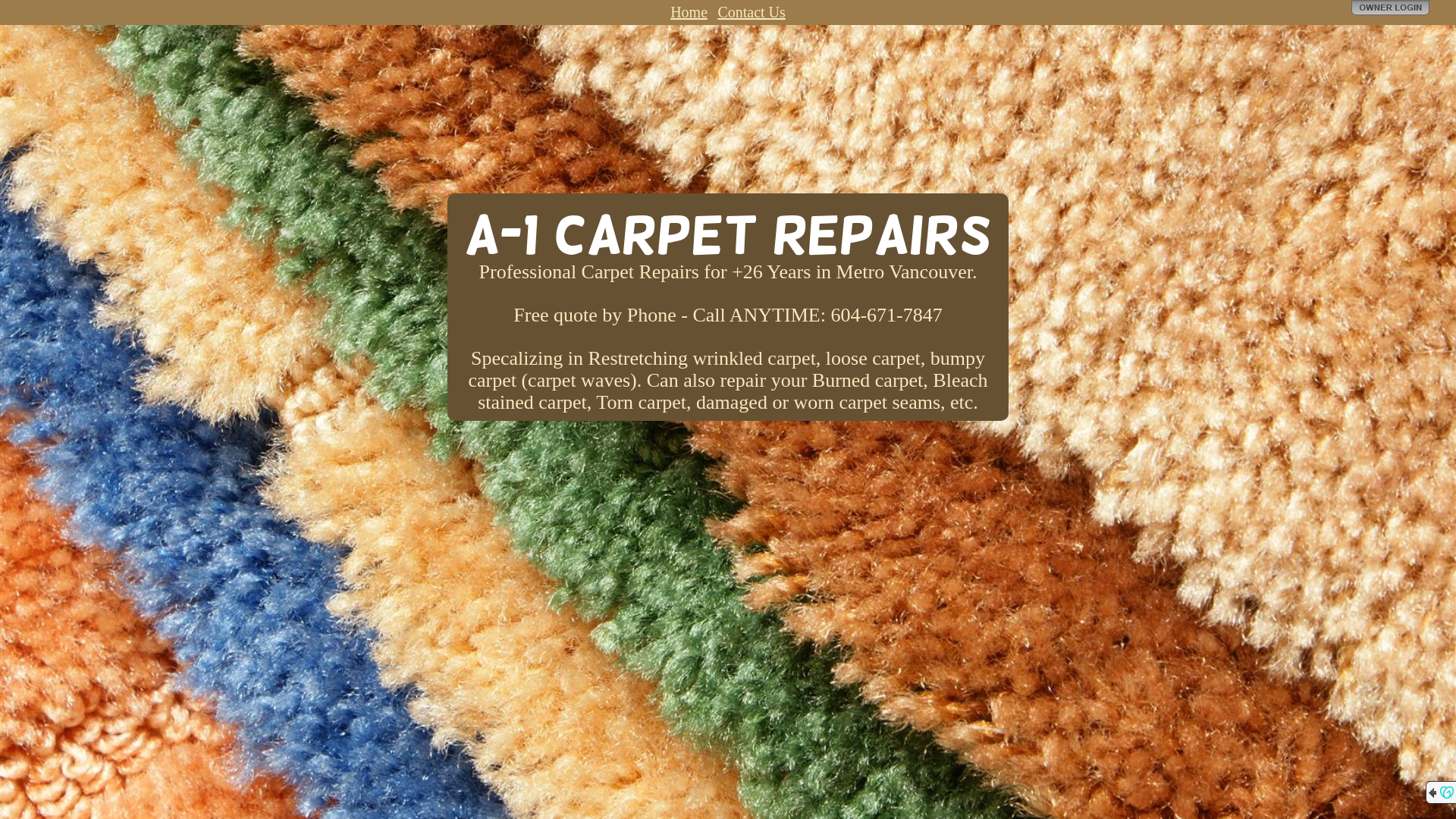  Describe the element at coordinates (688, 11) in the screenshot. I see `'Home'` at that location.